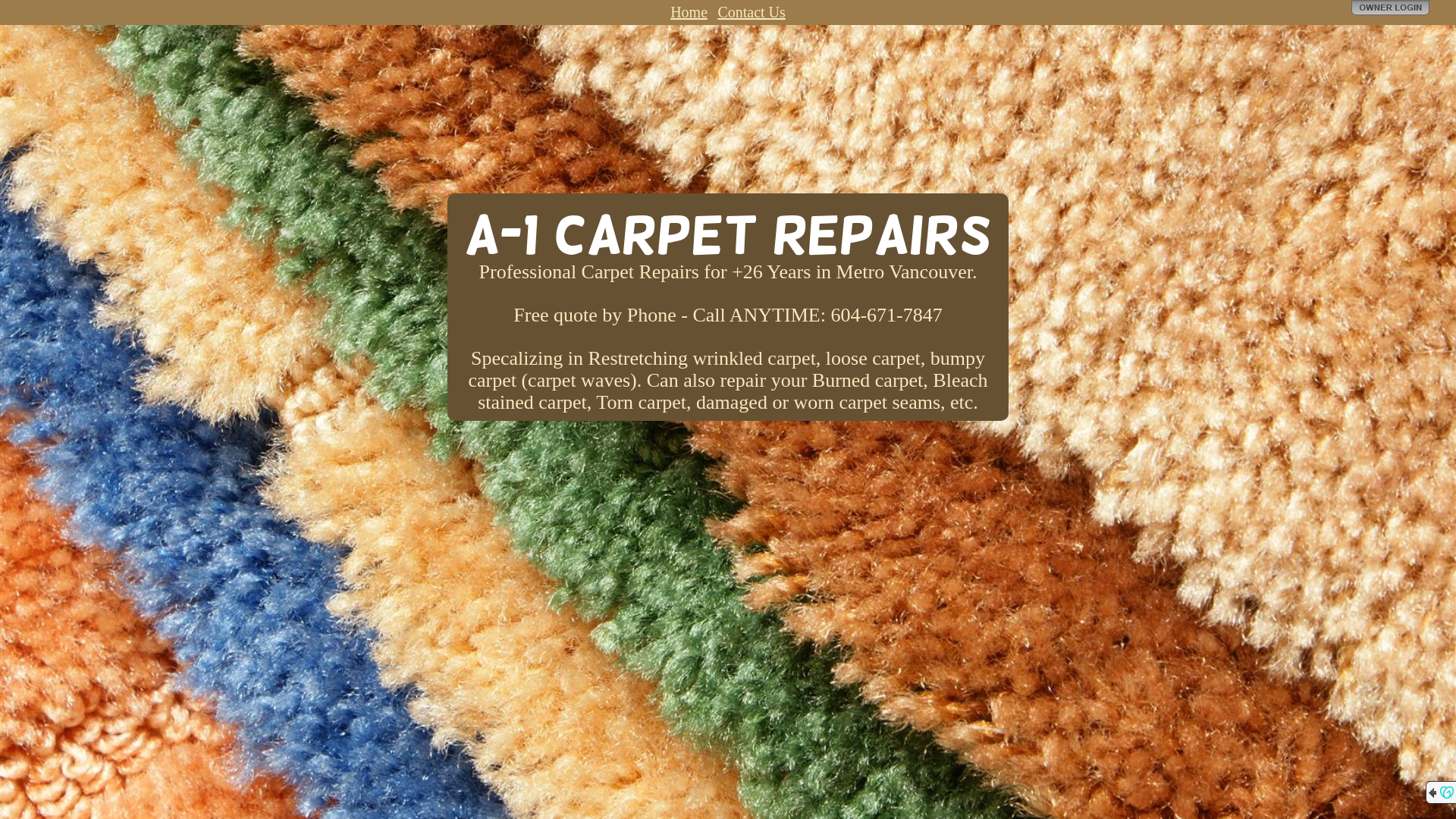  Describe the element at coordinates (688, 11) in the screenshot. I see `'Home'` at that location.